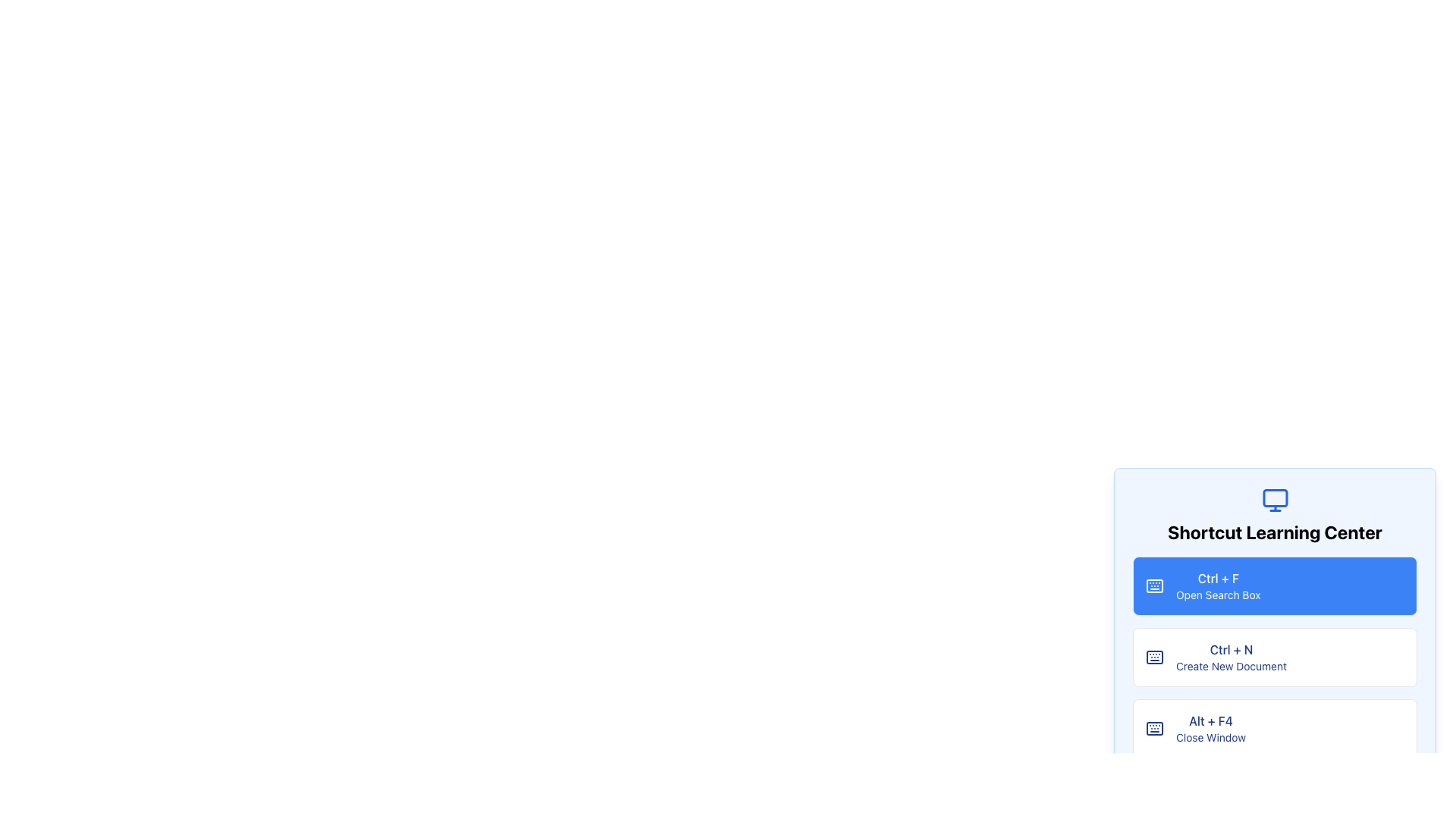  Describe the element at coordinates (1210, 736) in the screenshot. I see `text 'Close Window' displayed in blue font located beneath the hotkey 'Alt + F4'` at that location.